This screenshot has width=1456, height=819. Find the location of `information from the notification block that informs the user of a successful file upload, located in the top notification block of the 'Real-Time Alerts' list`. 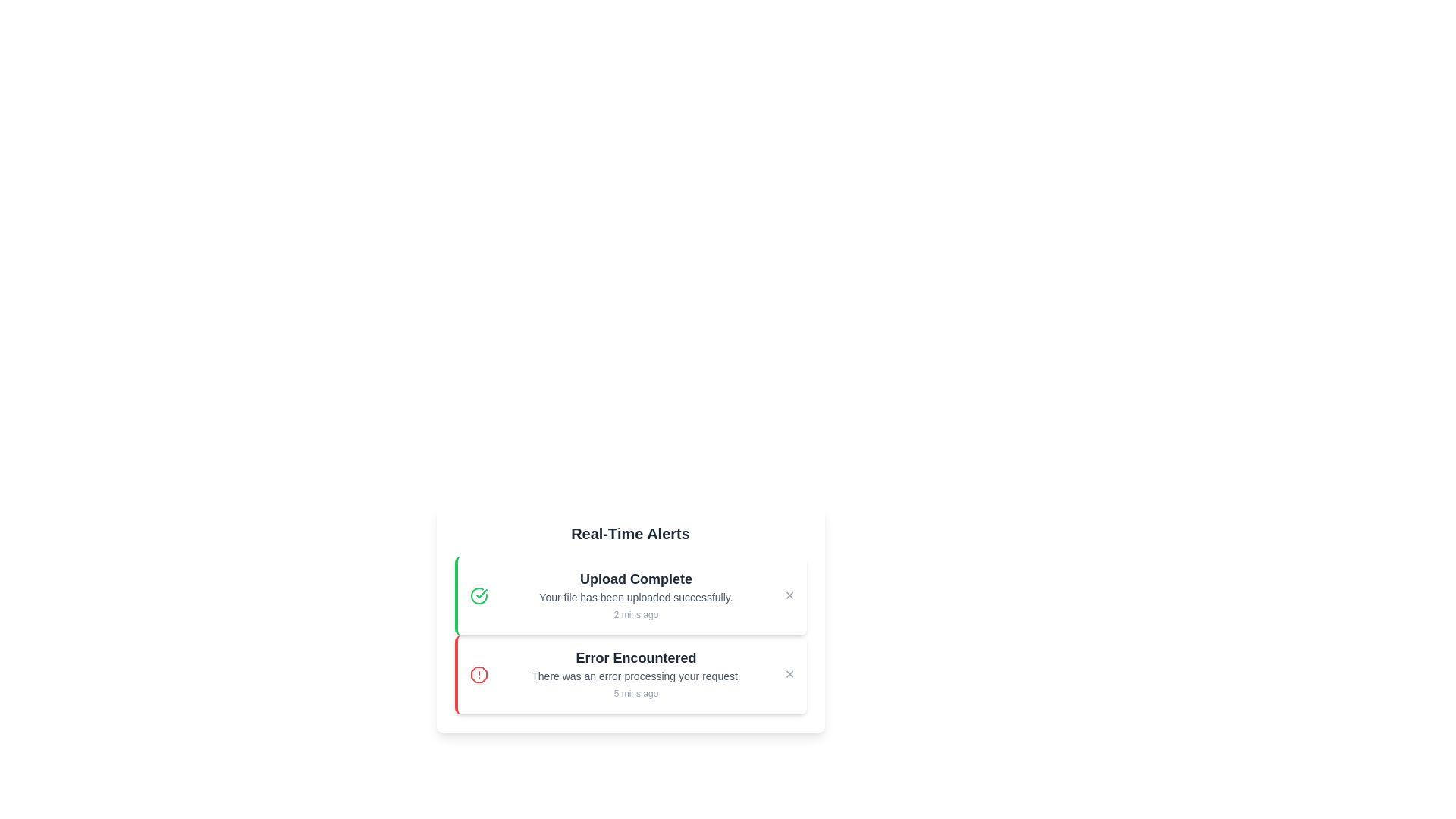

information from the notification block that informs the user of a successful file upload, located in the top notification block of the 'Real-Time Alerts' list is located at coordinates (636, 595).